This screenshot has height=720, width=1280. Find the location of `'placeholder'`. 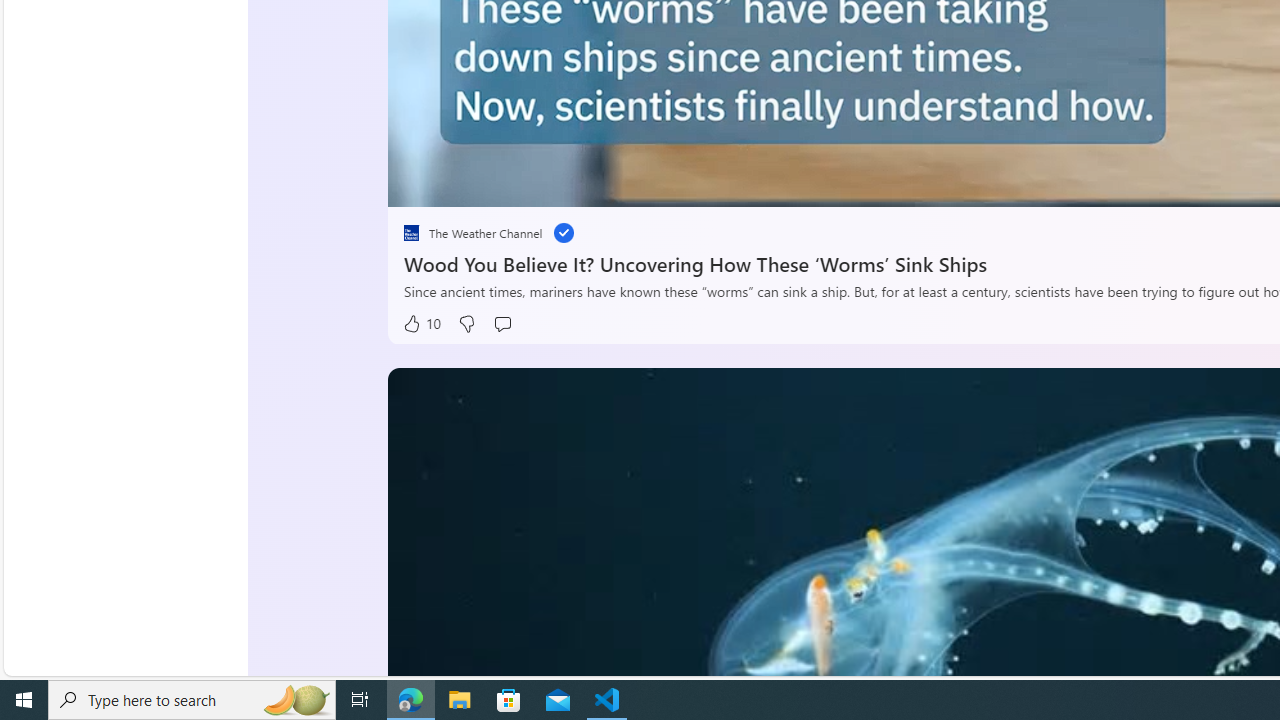

'placeholder' is located at coordinates (411, 232).